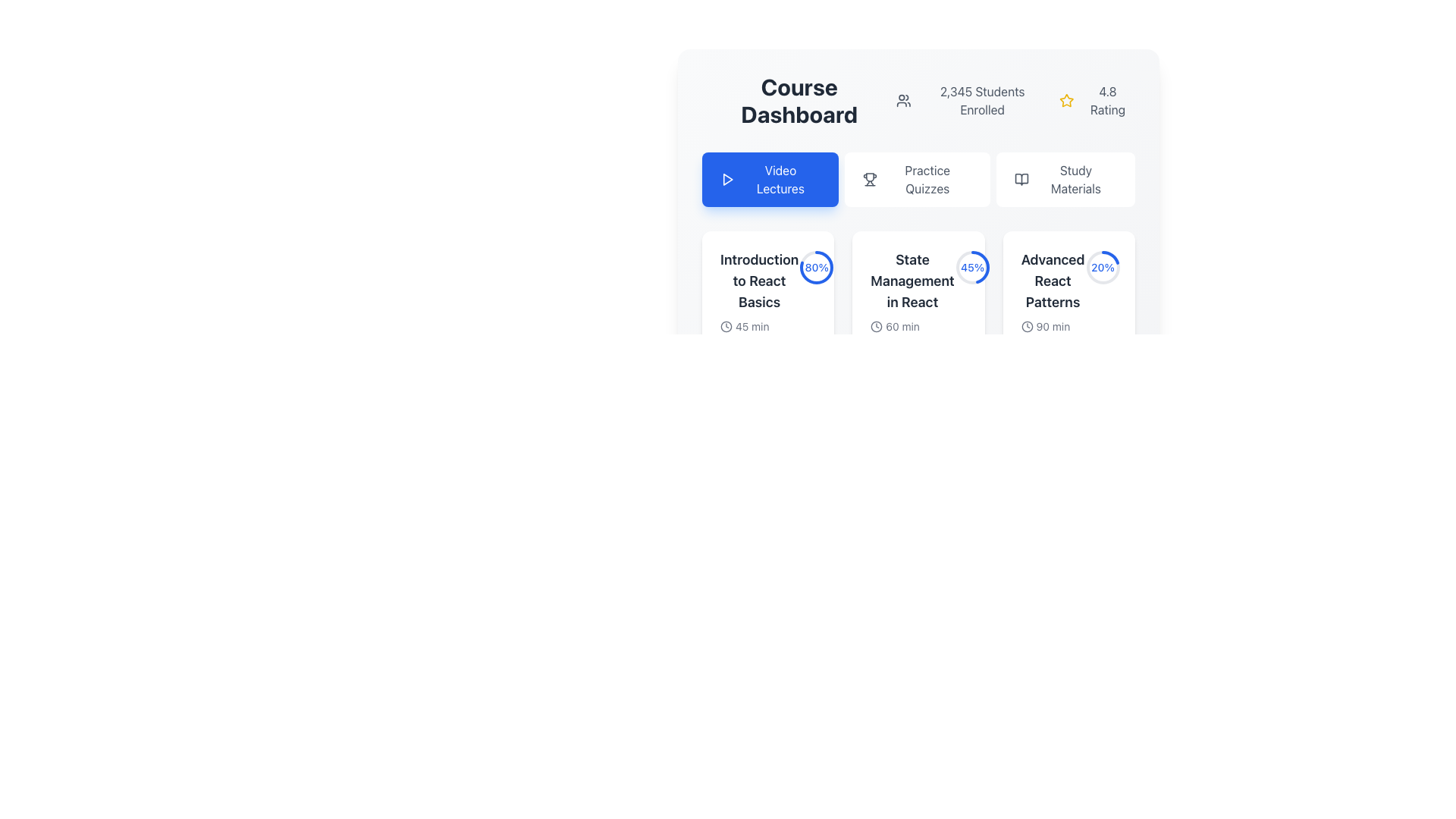  Describe the element at coordinates (912, 326) in the screenshot. I see `the informational label indicating the duration of the course content within the second card labeled 'State Management in React' in the middle column of the dashboard` at that location.